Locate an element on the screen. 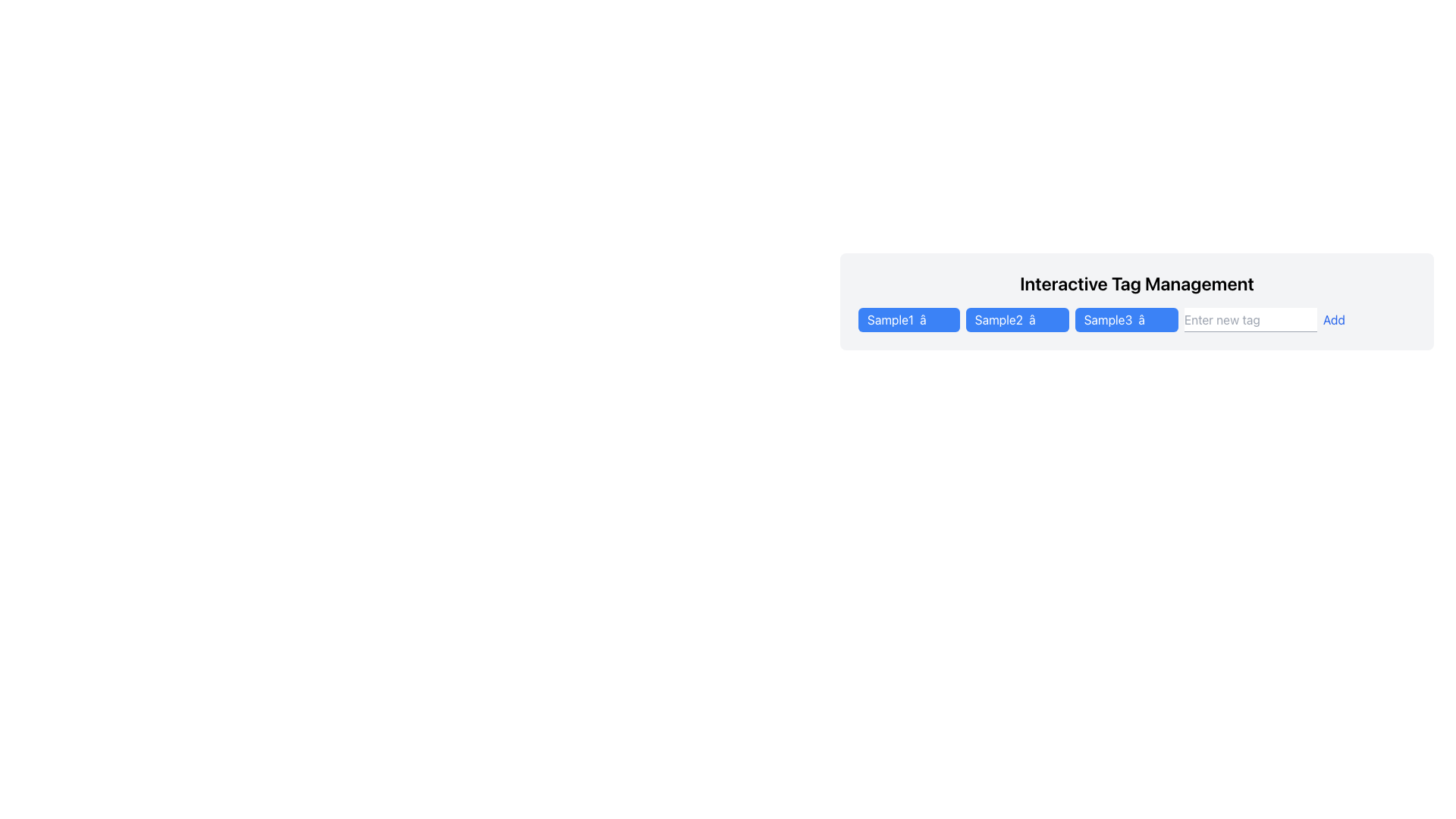 The image size is (1456, 819). the text input field for entering a new tag is located at coordinates (1250, 318).